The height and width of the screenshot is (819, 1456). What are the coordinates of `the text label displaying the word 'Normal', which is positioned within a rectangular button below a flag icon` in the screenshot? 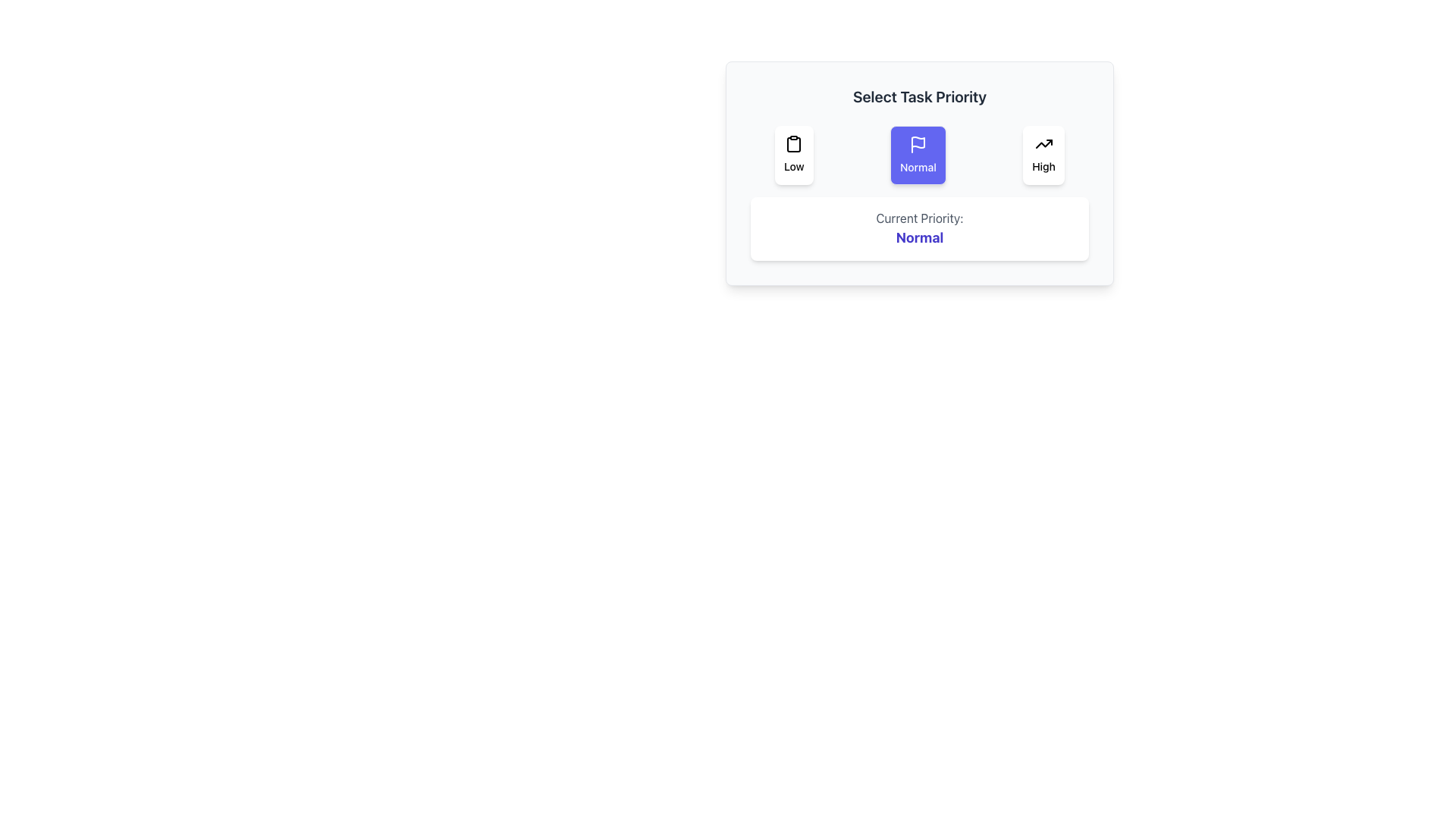 It's located at (917, 167).